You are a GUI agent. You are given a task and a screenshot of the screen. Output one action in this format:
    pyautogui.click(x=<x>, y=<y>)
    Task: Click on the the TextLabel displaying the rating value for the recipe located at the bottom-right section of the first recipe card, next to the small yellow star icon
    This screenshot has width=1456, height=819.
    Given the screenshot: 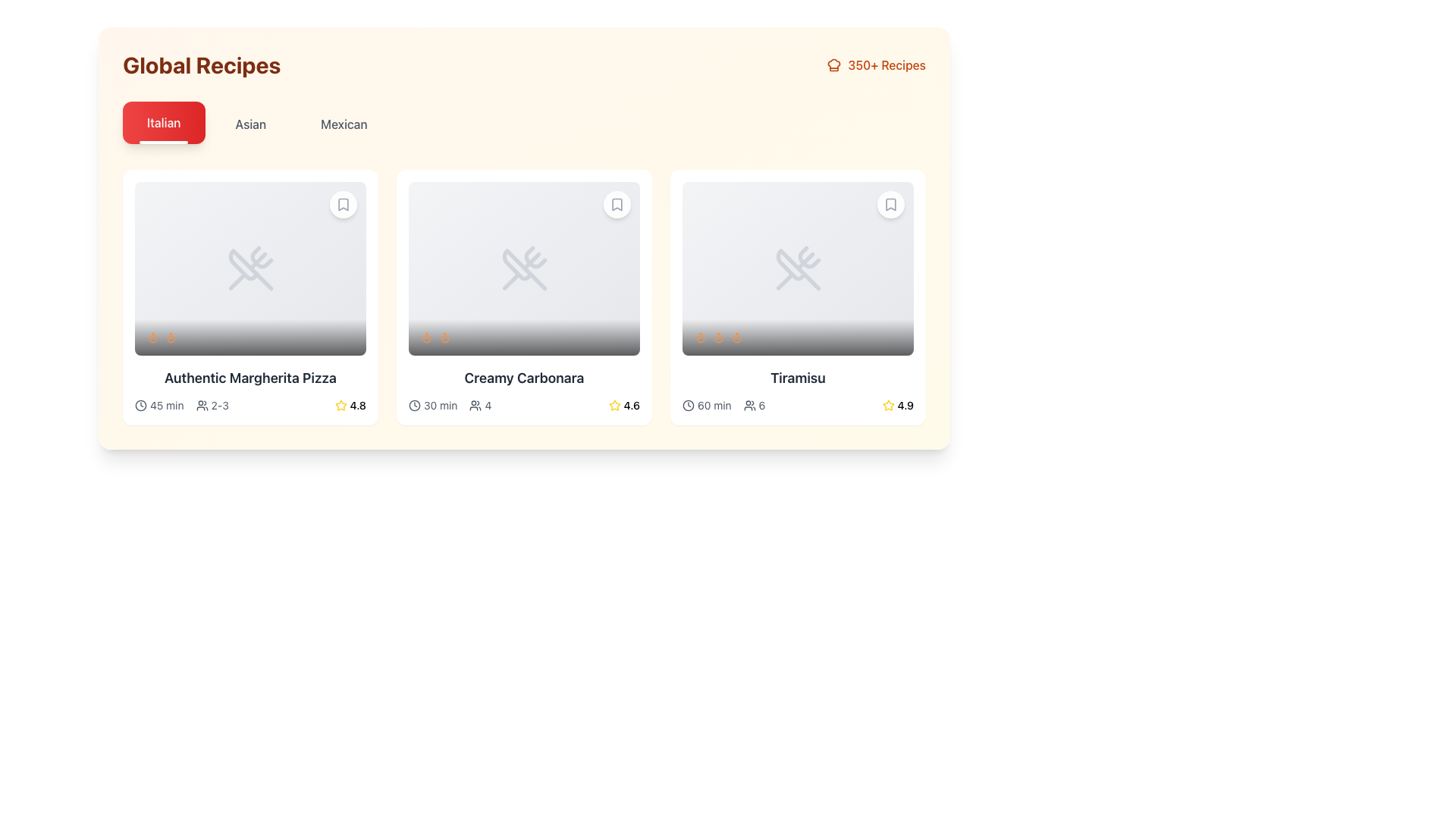 What is the action you would take?
    pyautogui.click(x=357, y=404)
    